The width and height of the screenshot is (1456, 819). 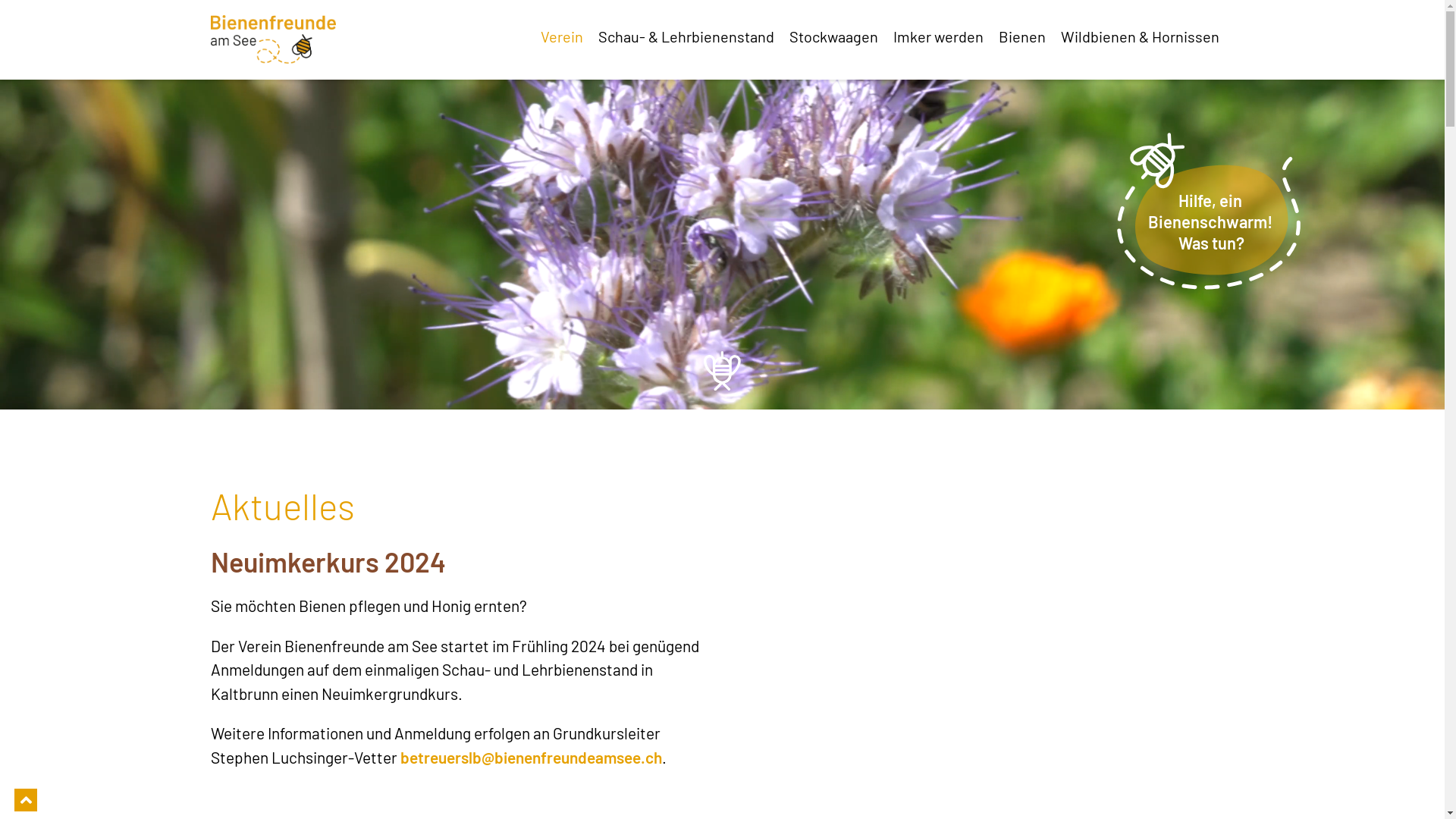 What do you see at coordinates (789, 35) in the screenshot?
I see `'Stockwaagen'` at bounding box center [789, 35].